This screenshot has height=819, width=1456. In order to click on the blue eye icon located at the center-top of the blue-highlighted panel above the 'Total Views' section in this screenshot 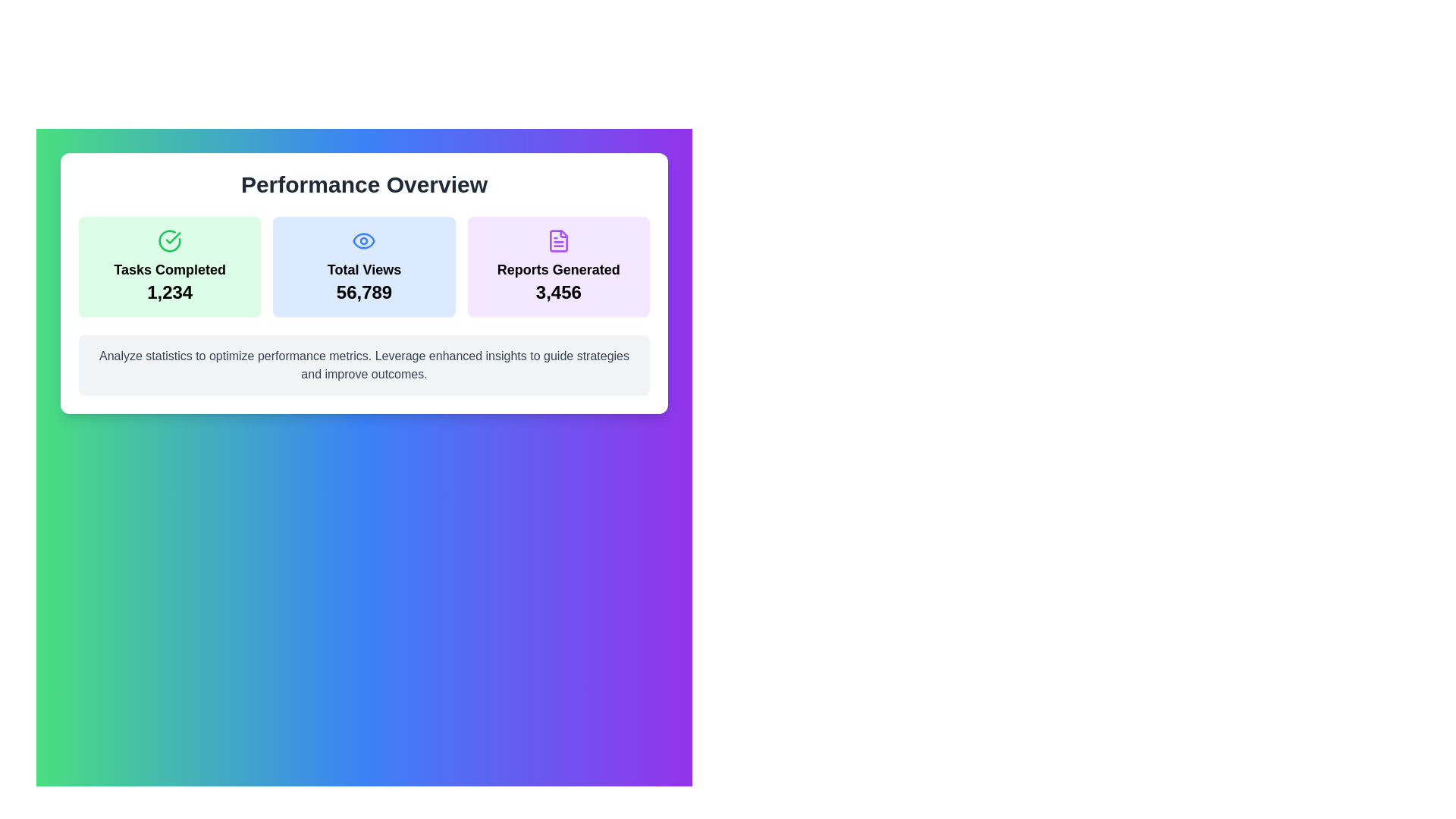, I will do `click(364, 240)`.